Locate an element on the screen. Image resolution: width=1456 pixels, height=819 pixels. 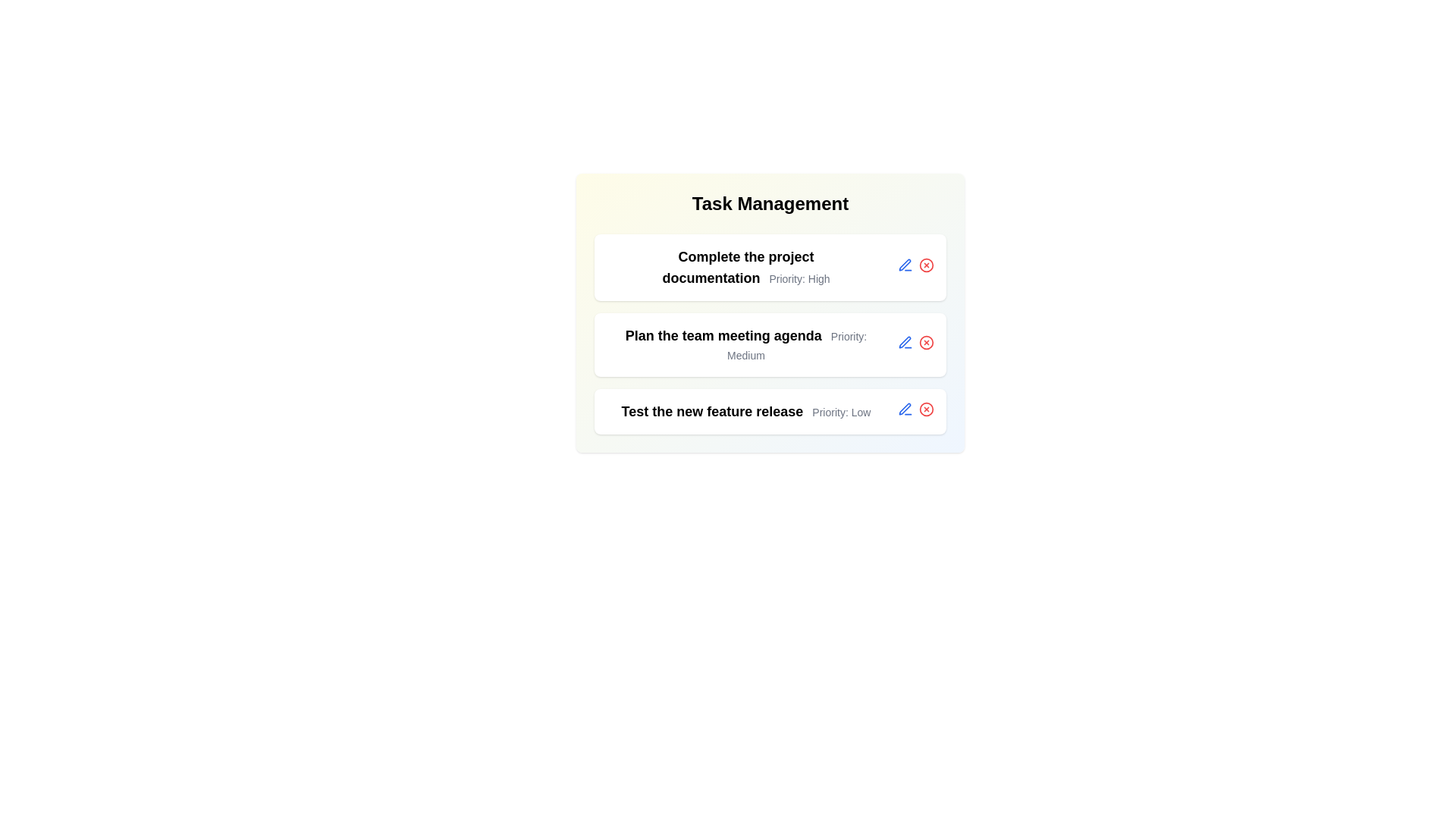
delete button for the task titled 'Plan the team meeting agenda' is located at coordinates (926, 342).